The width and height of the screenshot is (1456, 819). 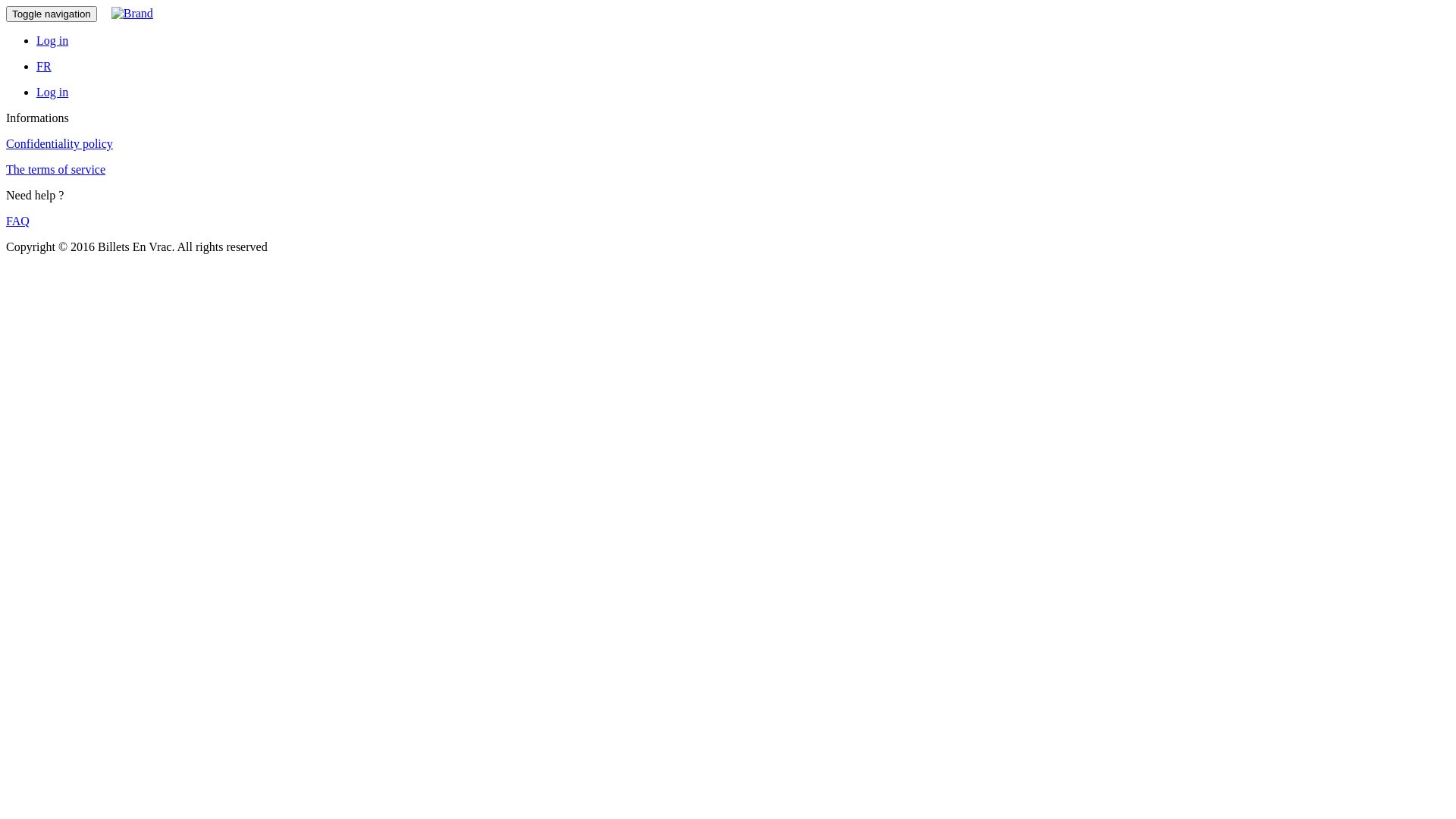 What do you see at coordinates (55, 169) in the screenshot?
I see `'The terms of service'` at bounding box center [55, 169].